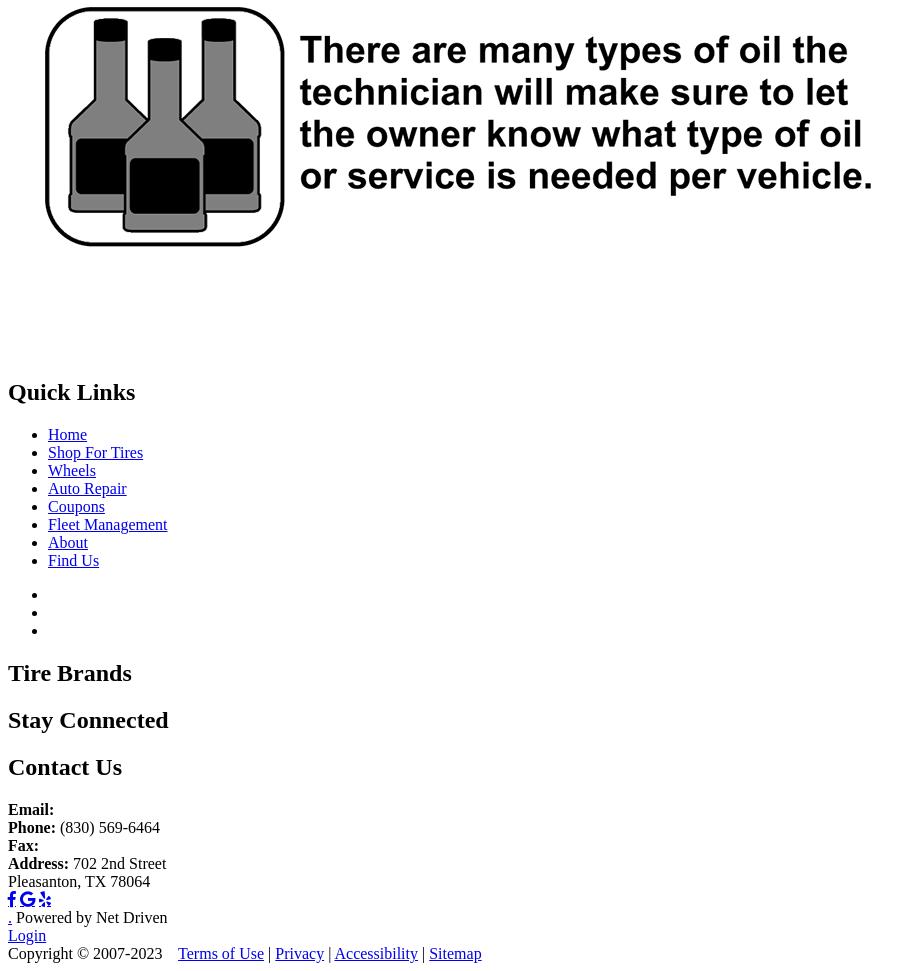 This screenshot has height=971, width=908. Describe the element at coordinates (30, 825) in the screenshot. I see `'Phone:'` at that location.